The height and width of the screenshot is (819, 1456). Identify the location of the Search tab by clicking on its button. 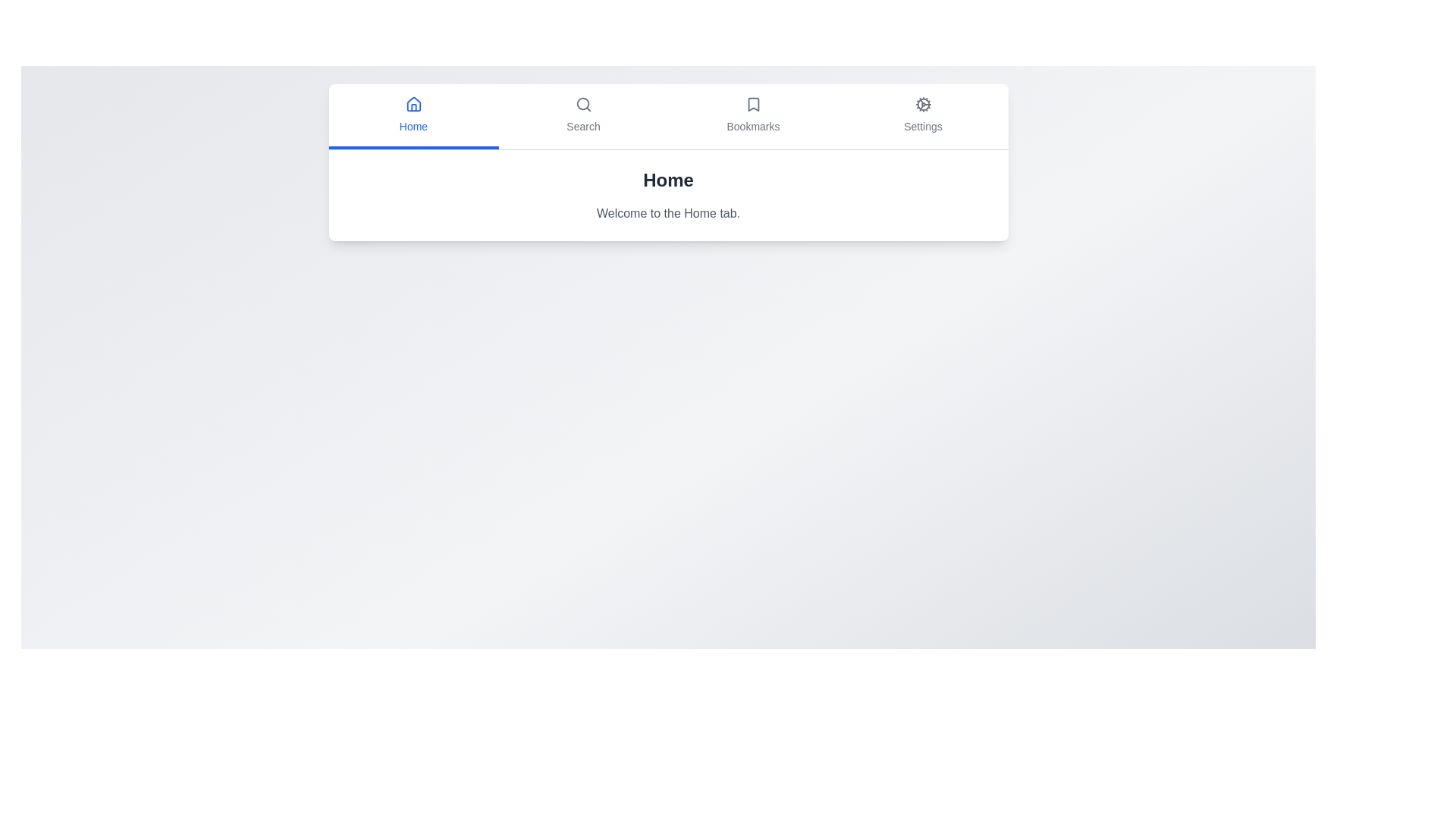
(582, 116).